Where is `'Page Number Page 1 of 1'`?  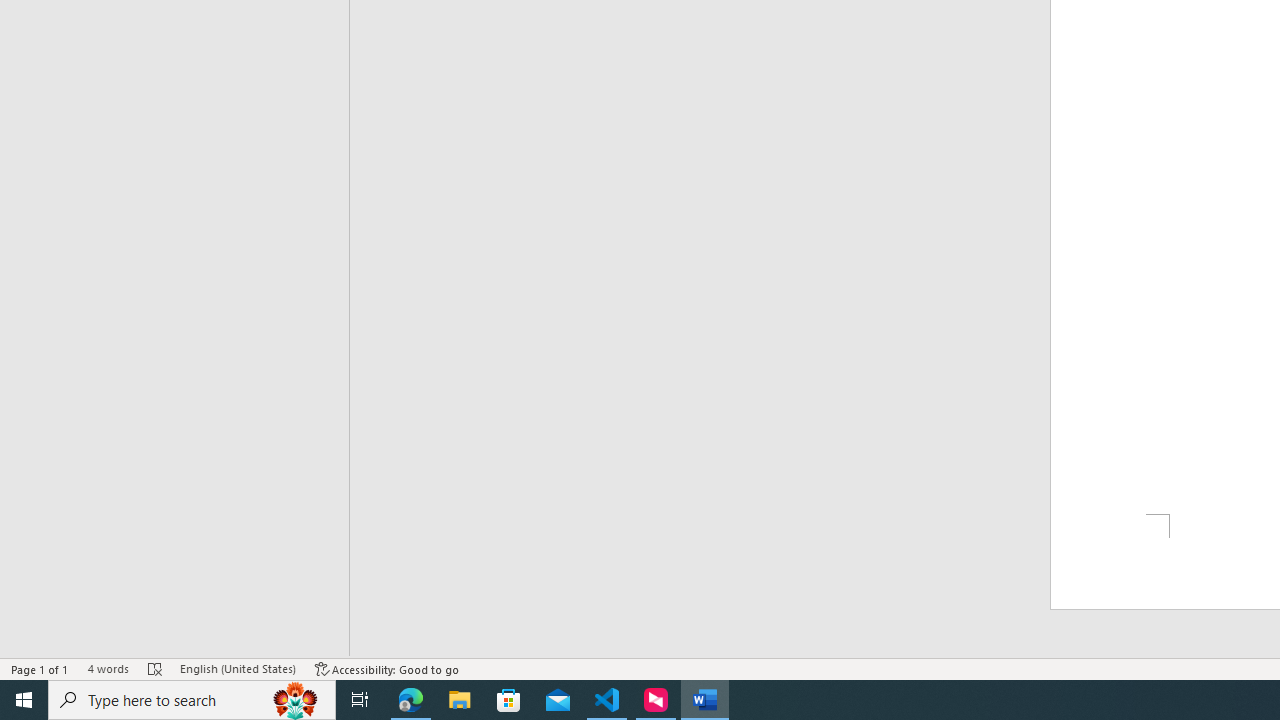
'Page Number Page 1 of 1' is located at coordinates (40, 669).